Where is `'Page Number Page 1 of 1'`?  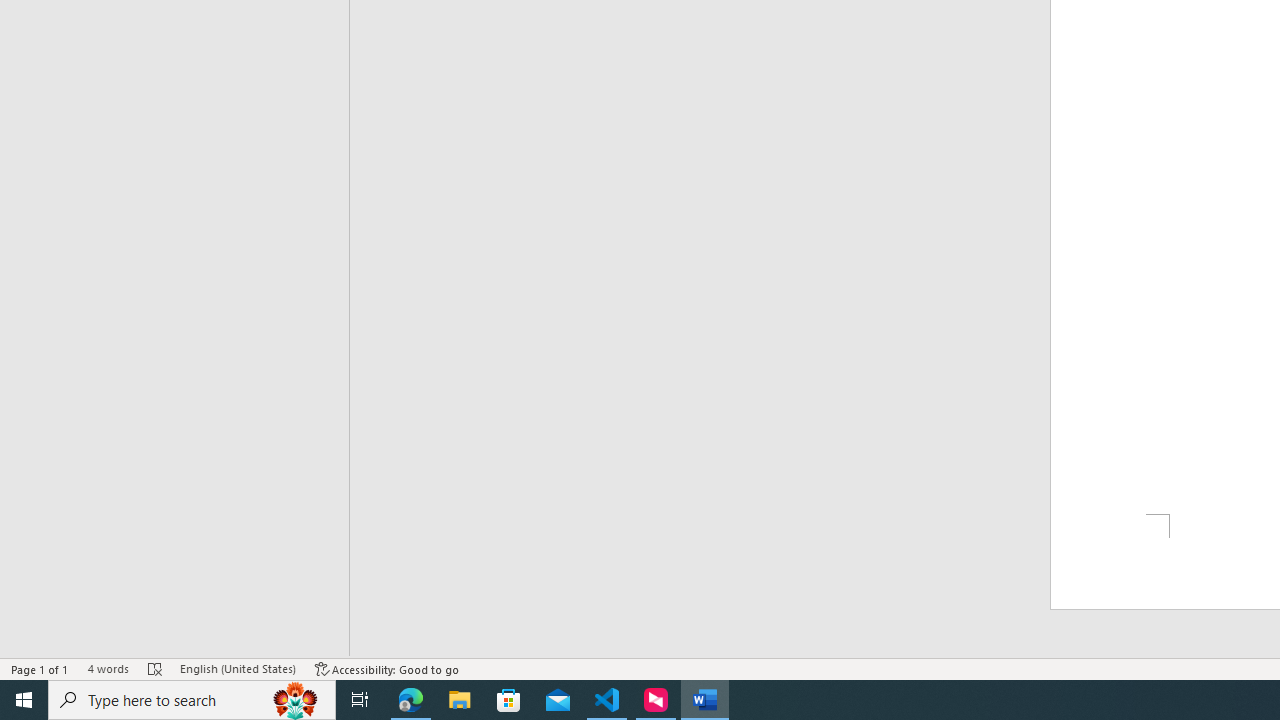
'Page Number Page 1 of 1' is located at coordinates (40, 669).